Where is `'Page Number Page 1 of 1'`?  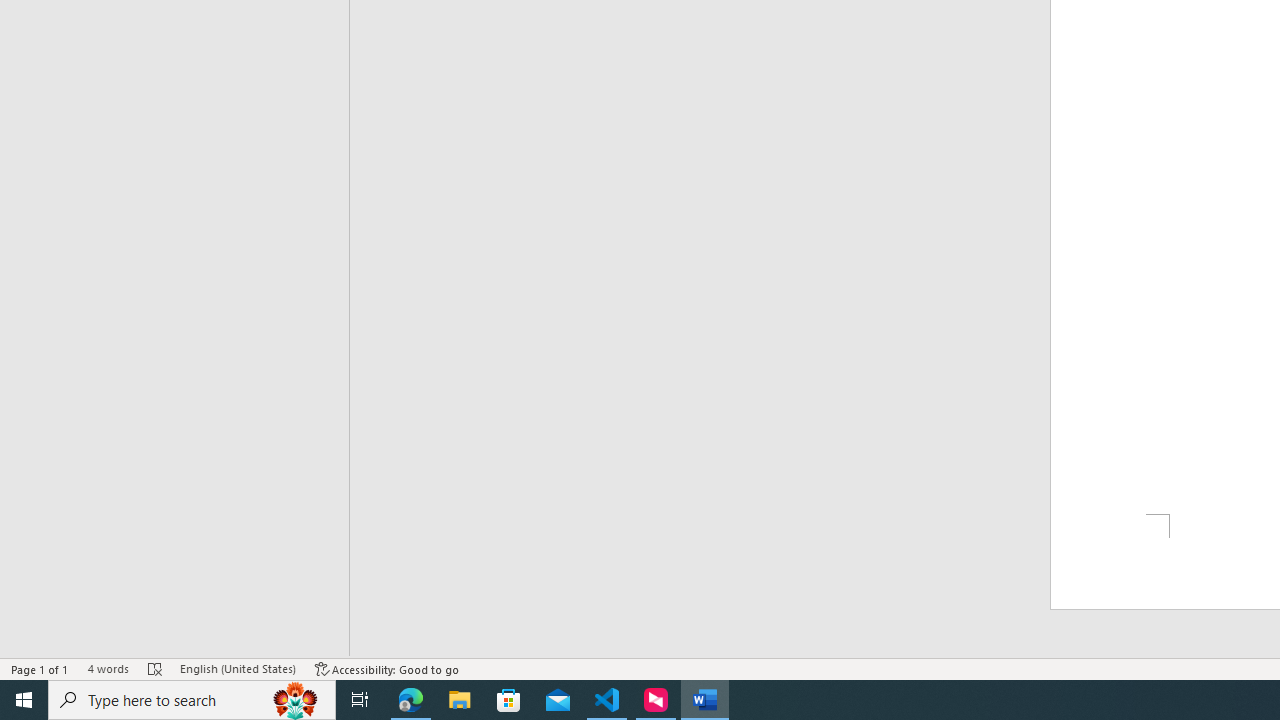
'Page Number Page 1 of 1' is located at coordinates (40, 669).